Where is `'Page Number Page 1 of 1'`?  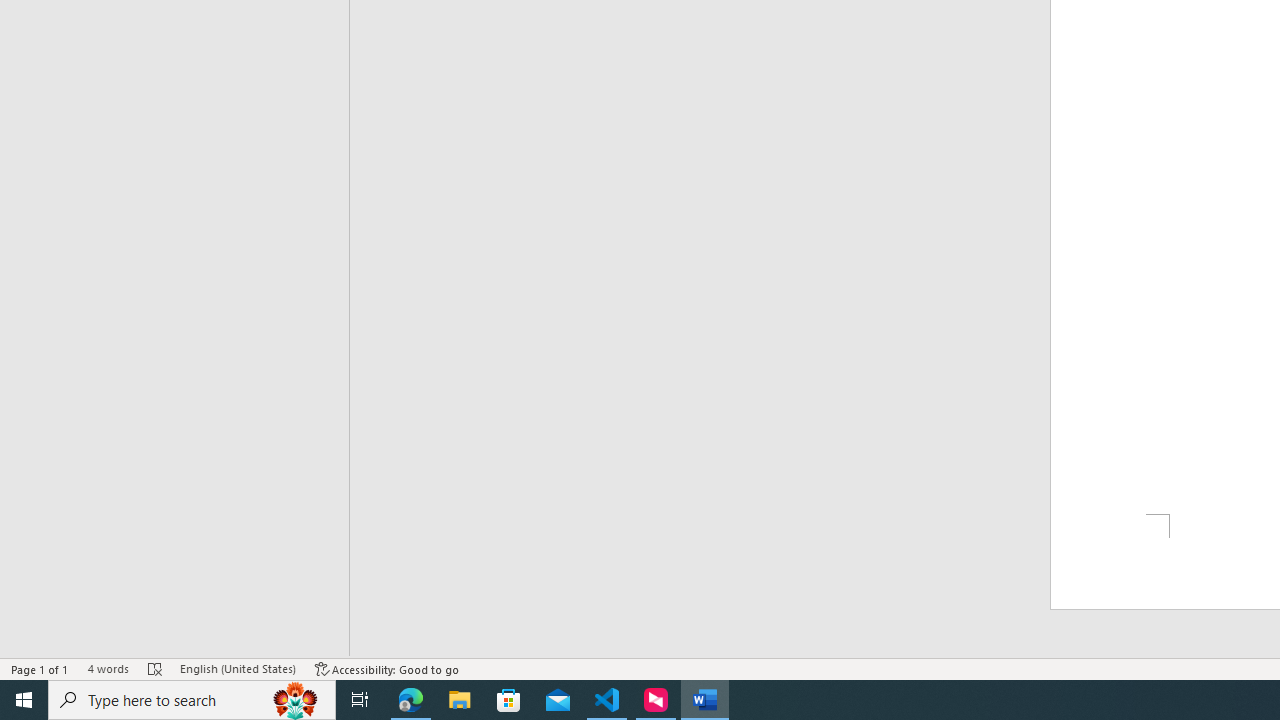
'Page Number Page 1 of 1' is located at coordinates (40, 669).